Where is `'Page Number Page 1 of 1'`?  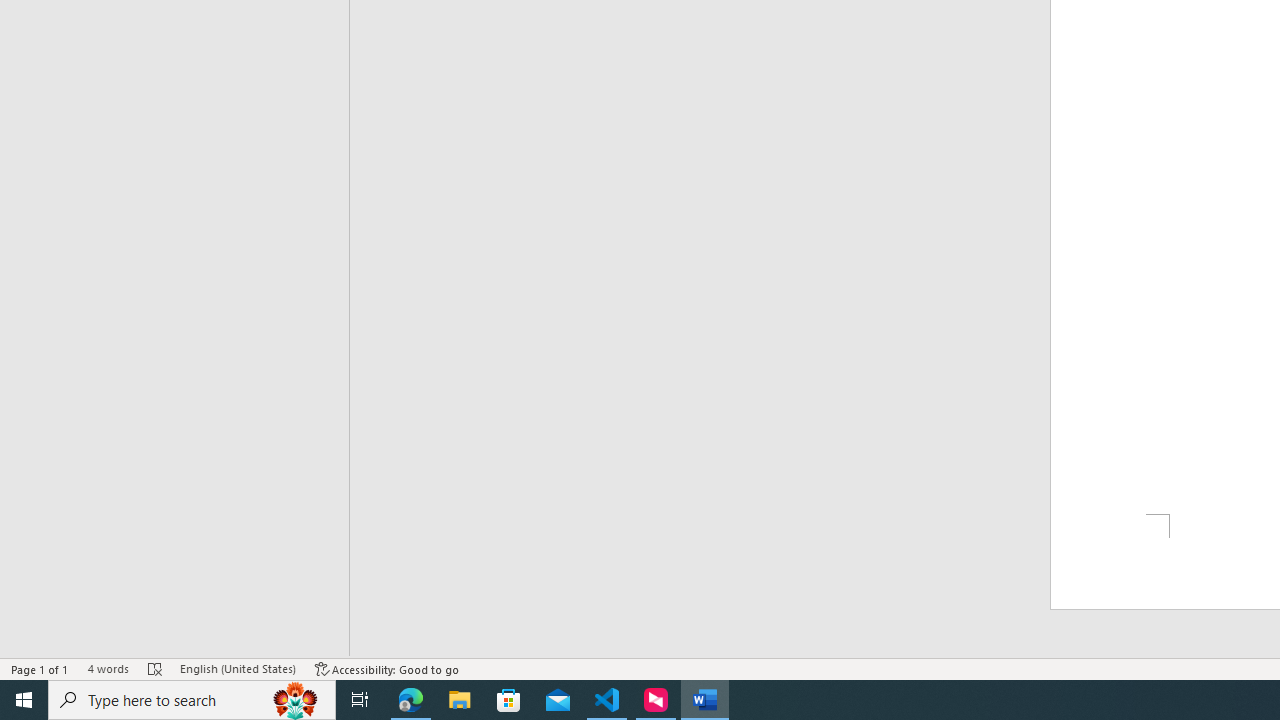
'Page Number Page 1 of 1' is located at coordinates (40, 669).